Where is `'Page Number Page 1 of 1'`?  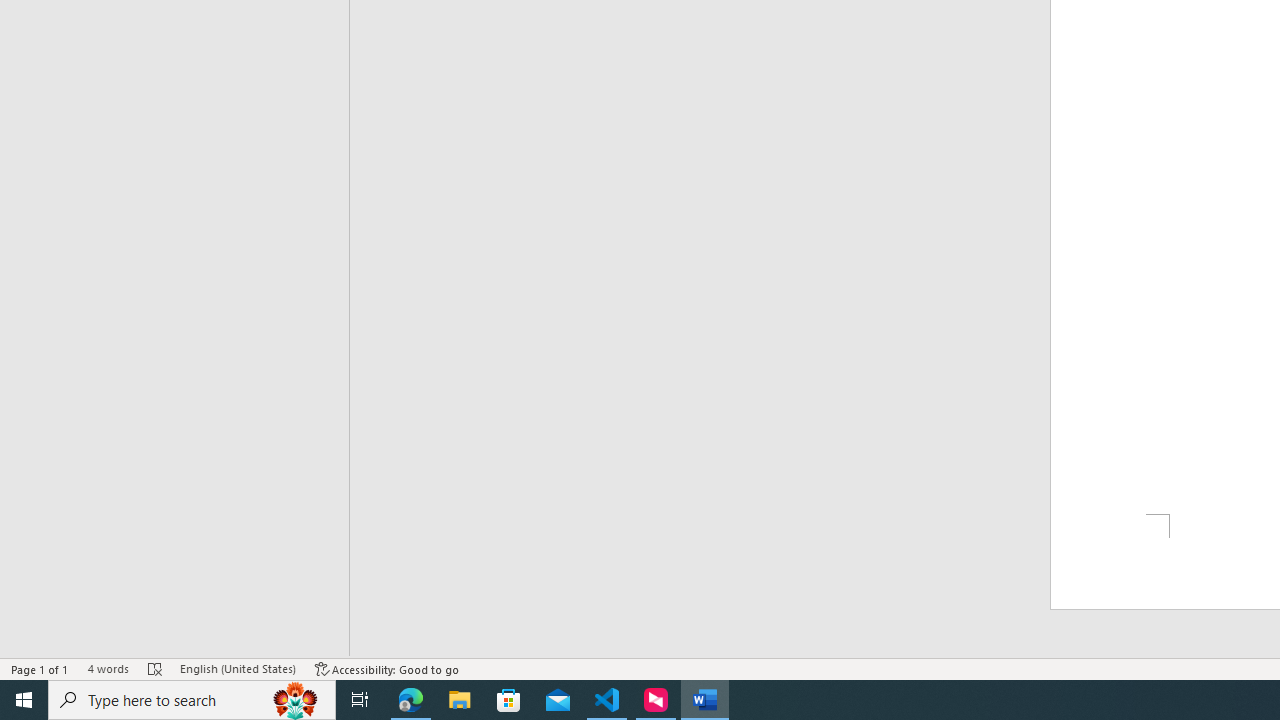
'Page Number Page 1 of 1' is located at coordinates (40, 669).